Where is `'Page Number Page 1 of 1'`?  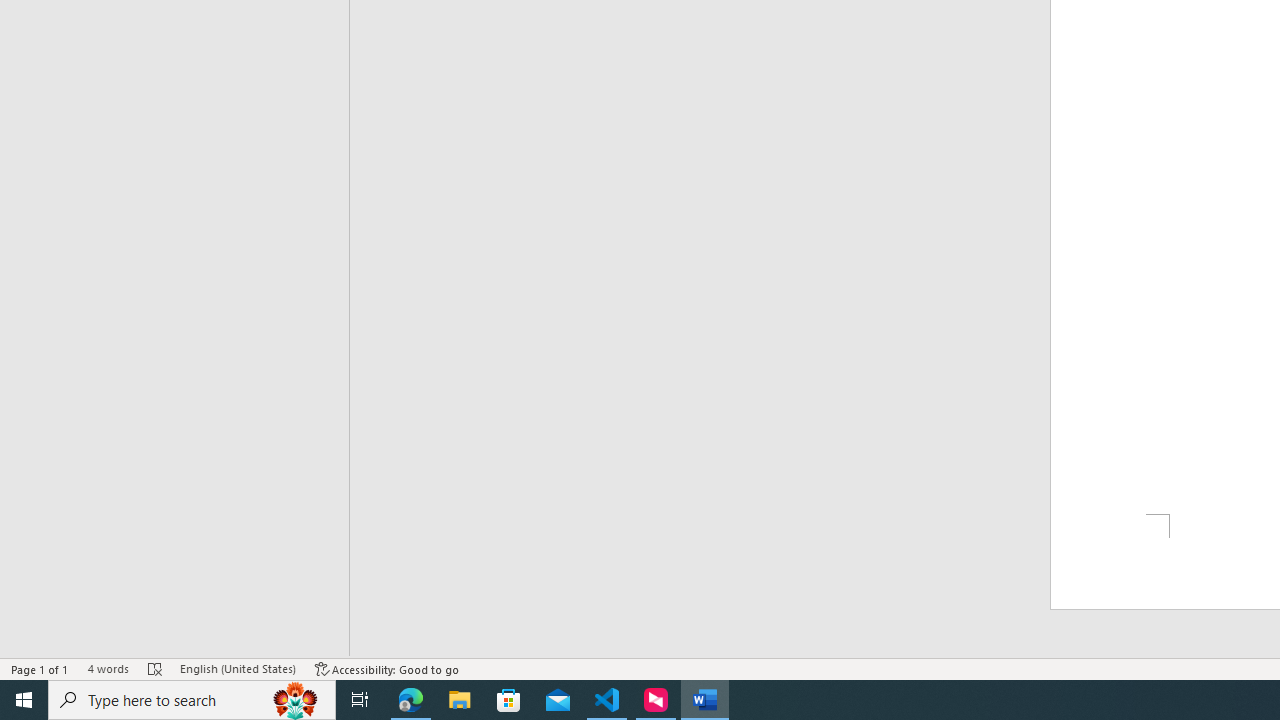
'Page Number Page 1 of 1' is located at coordinates (40, 669).